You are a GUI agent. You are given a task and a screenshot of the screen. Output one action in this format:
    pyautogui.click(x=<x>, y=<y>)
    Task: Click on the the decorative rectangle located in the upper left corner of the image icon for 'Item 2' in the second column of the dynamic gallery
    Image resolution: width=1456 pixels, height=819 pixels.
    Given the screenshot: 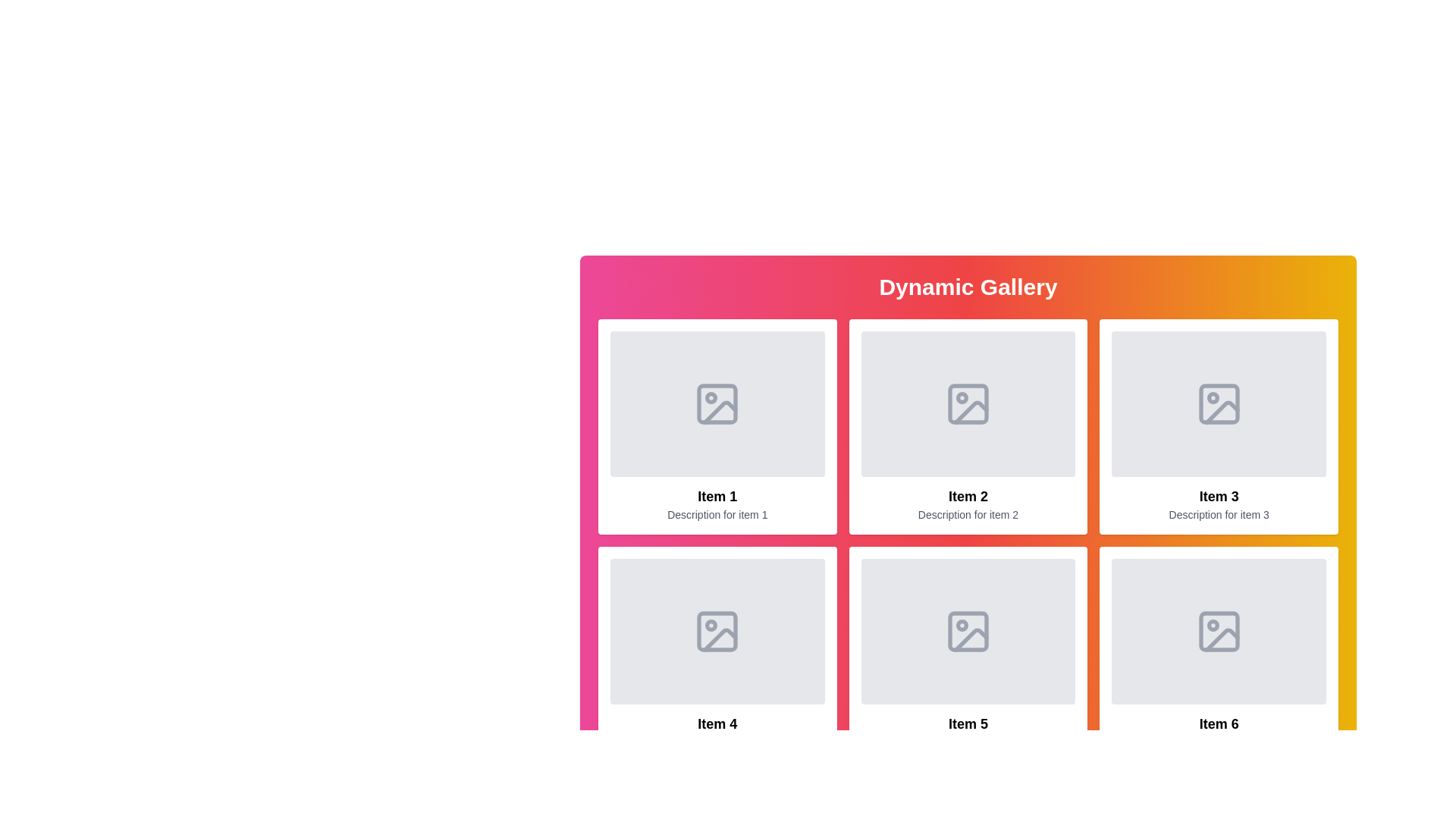 What is the action you would take?
    pyautogui.click(x=967, y=403)
    